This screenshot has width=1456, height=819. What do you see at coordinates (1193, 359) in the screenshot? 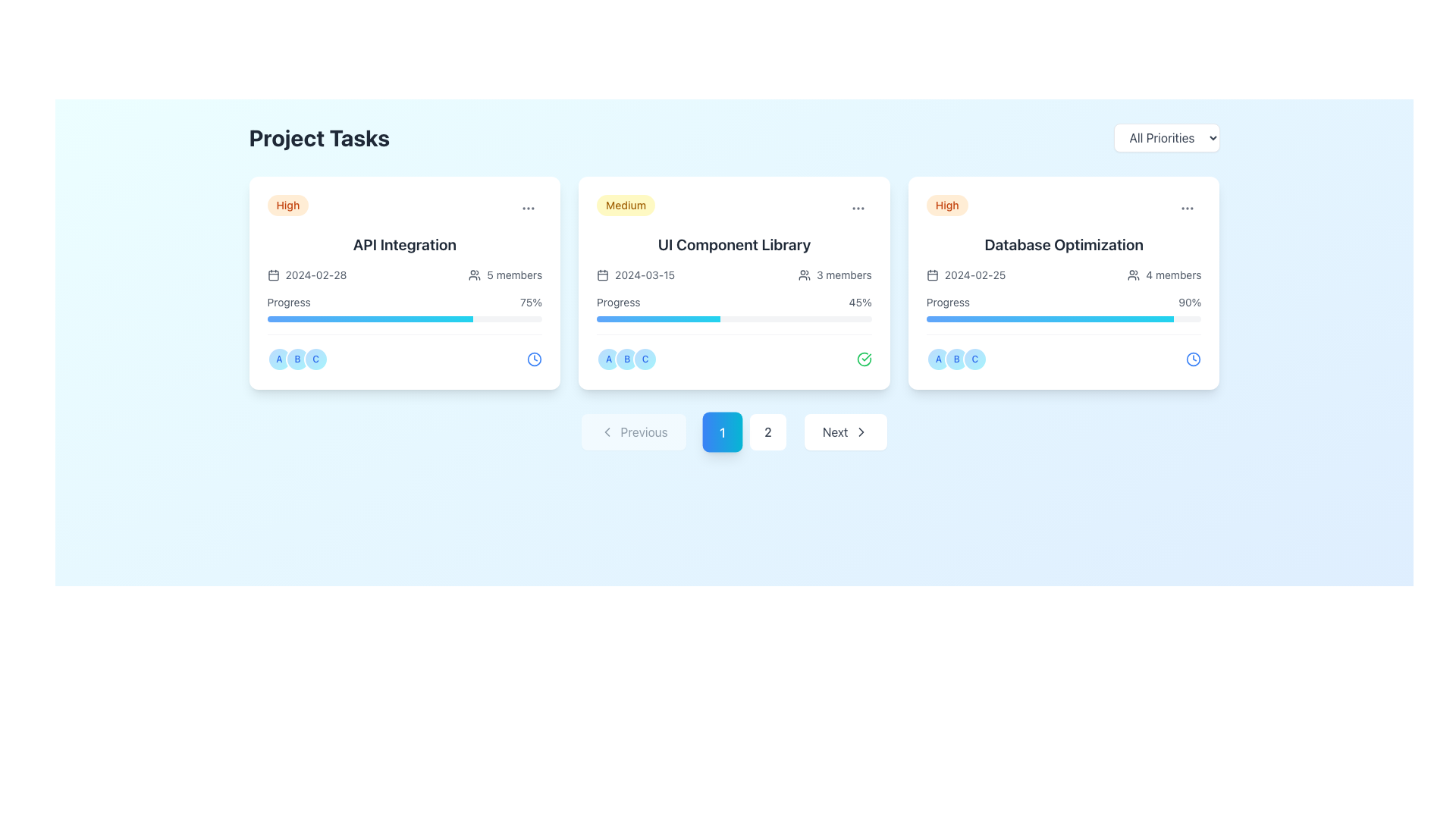
I see `the time-related icon located at the bottom-right corner of the 'Database Optimization' project card` at bounding box center [1193, 359].